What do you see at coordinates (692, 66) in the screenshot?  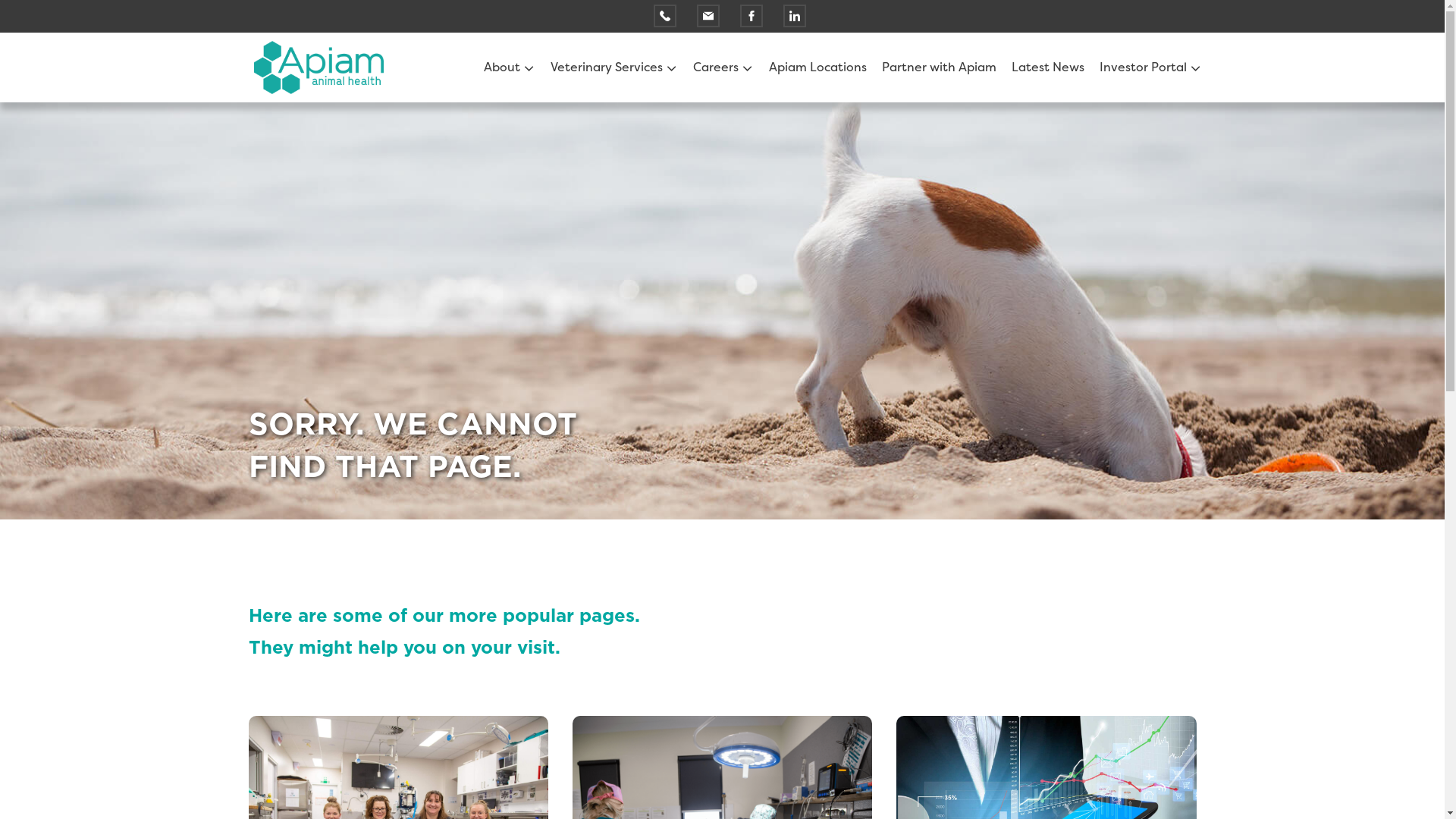 I see `'Careers'` at bounding box center [692, 66].